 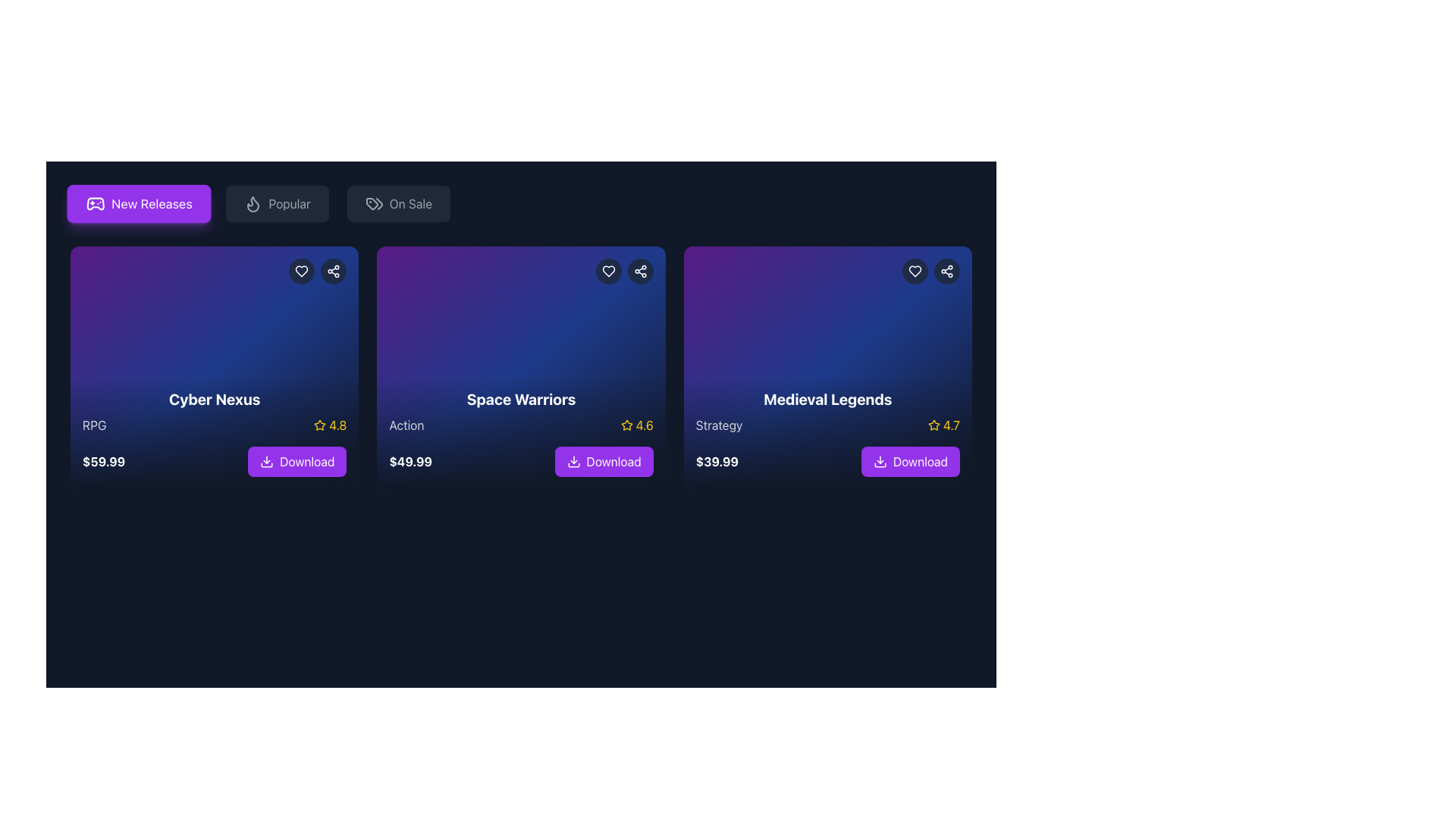 What do you see at coordinates (374, 203) in the screenshot?
I see `the icon resembling a tag with a gray outline, located to the left of the 'On Sale' text in the third button of the navigation bar` at bounding box center [374, 203].